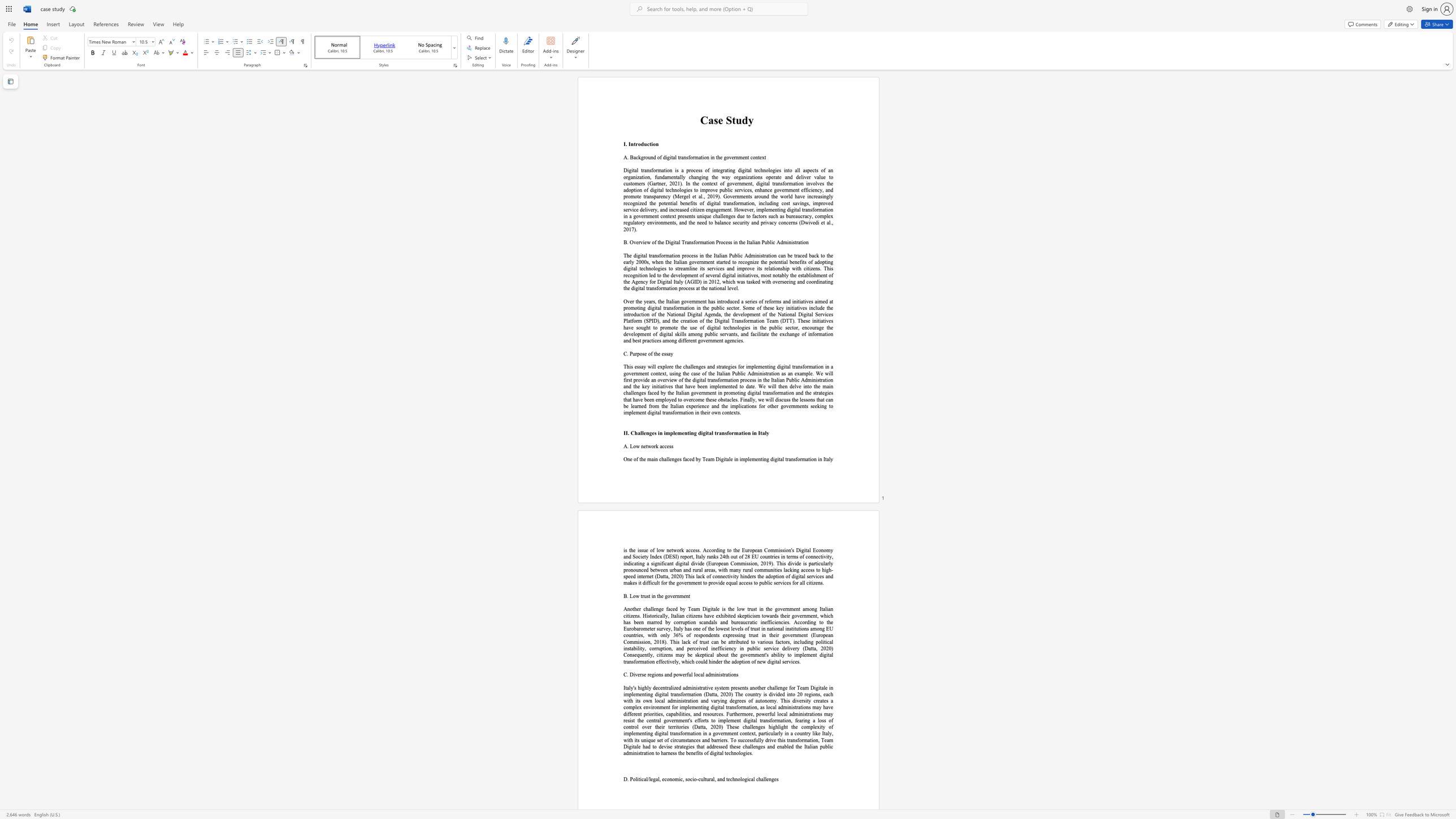 This screenshot has height=819, width=1456. Describe the element at coordinates (701, 392) in the screenshot. I see `the 15th character "r" in the text` at that location.